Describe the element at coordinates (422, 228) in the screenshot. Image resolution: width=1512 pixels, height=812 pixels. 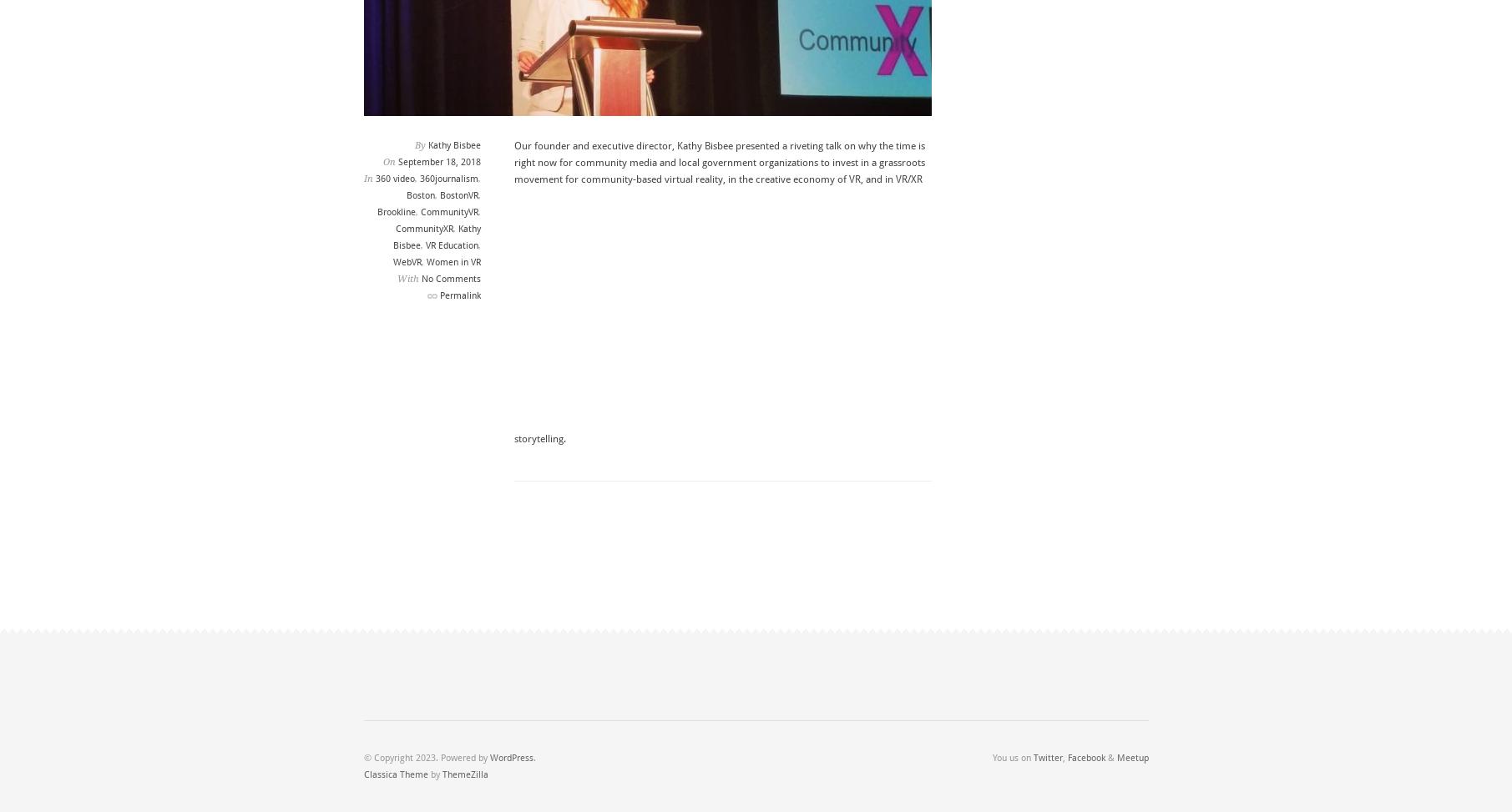
I see `'CommunityXR'` at that location.